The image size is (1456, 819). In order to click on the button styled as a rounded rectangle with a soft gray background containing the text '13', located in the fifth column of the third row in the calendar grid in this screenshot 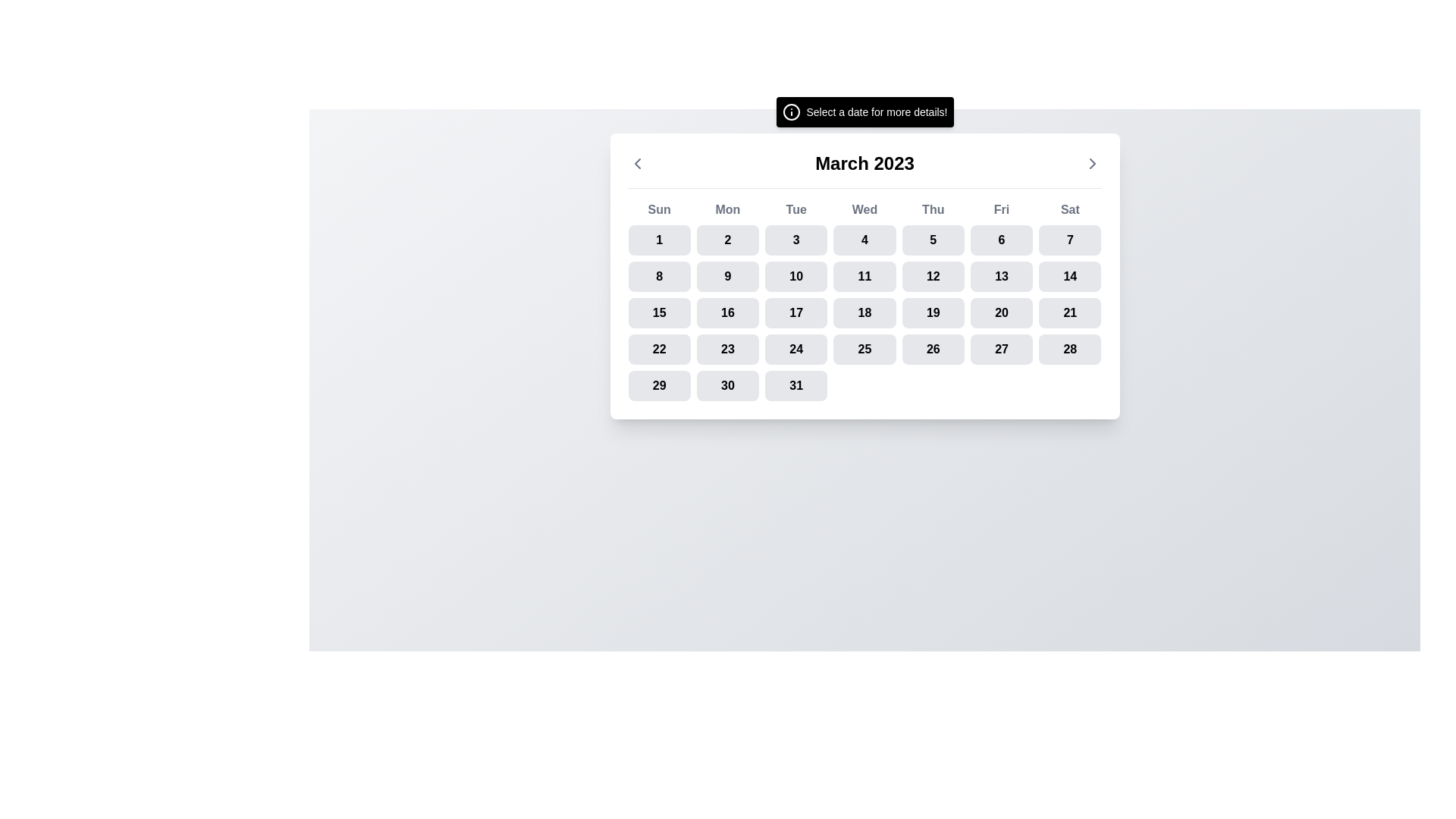, I will do `click(1002, 277)`.